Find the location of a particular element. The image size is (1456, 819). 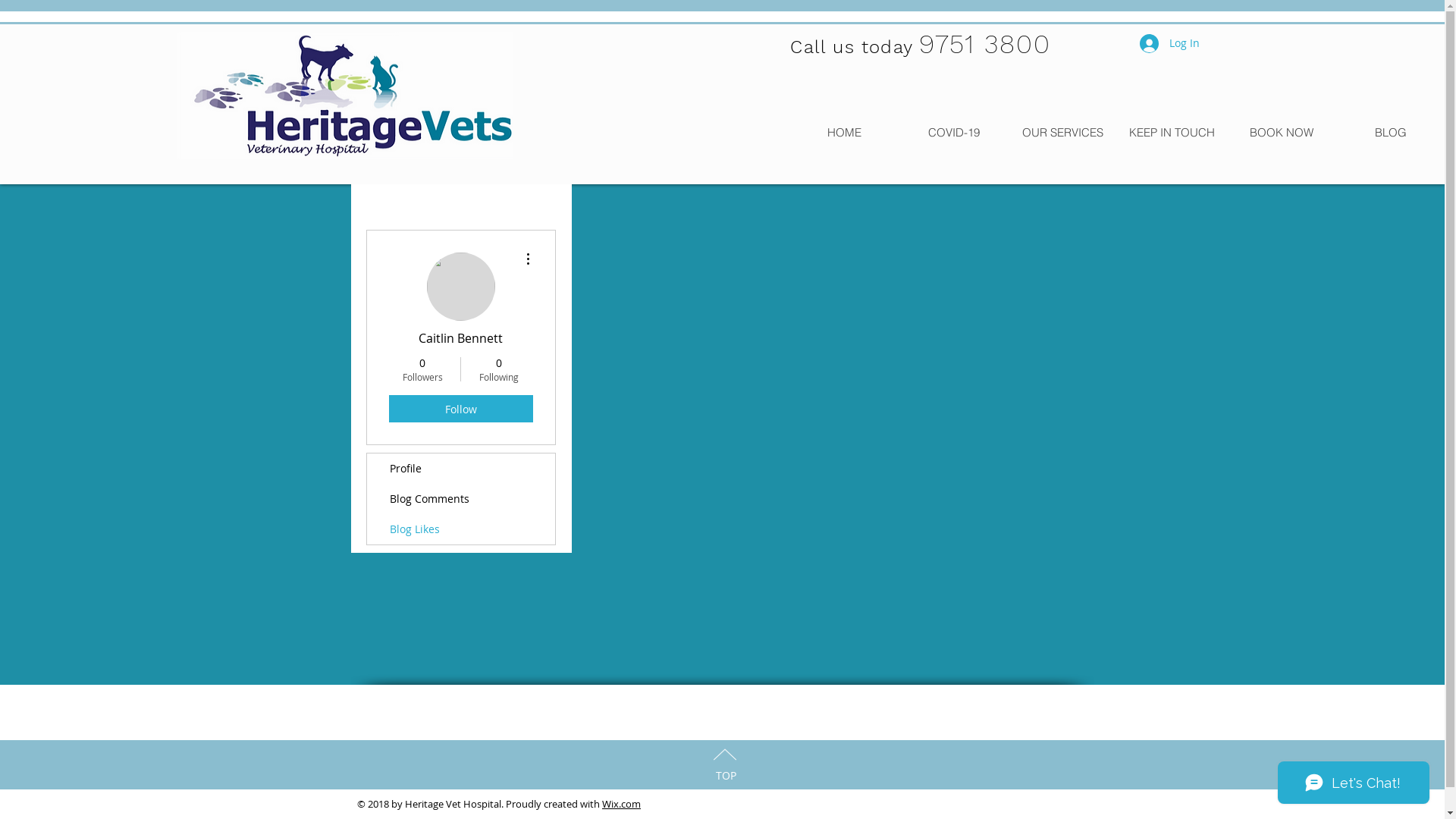

'Blog Likes' is located at coordinates (367, 529).